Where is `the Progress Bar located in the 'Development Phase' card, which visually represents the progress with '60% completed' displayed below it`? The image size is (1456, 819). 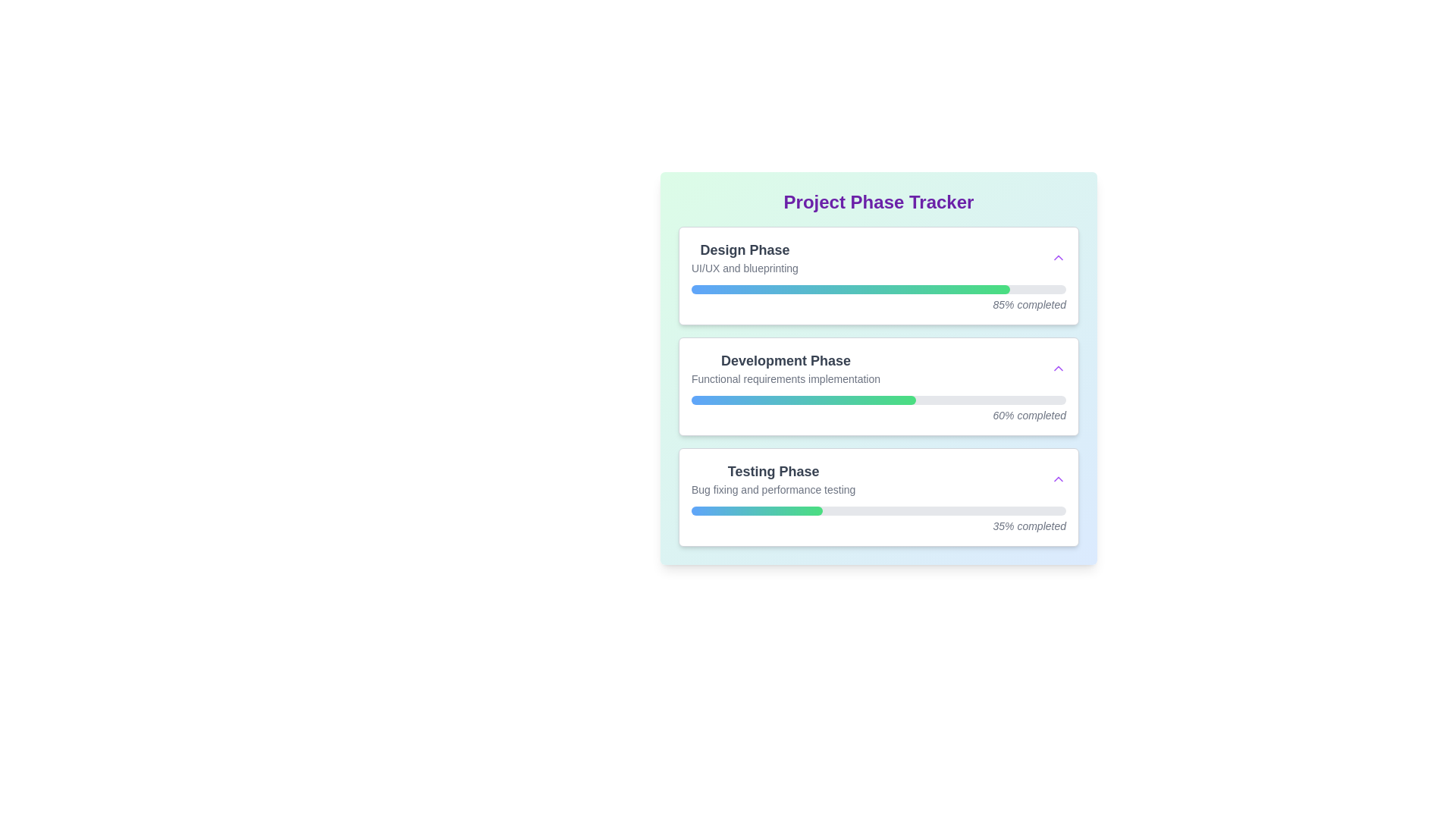
the Progress Bar located in the 'Development Phase' card, which visually represents the progress with '60% completed' displayed below it is located at coordinates (878, 400).